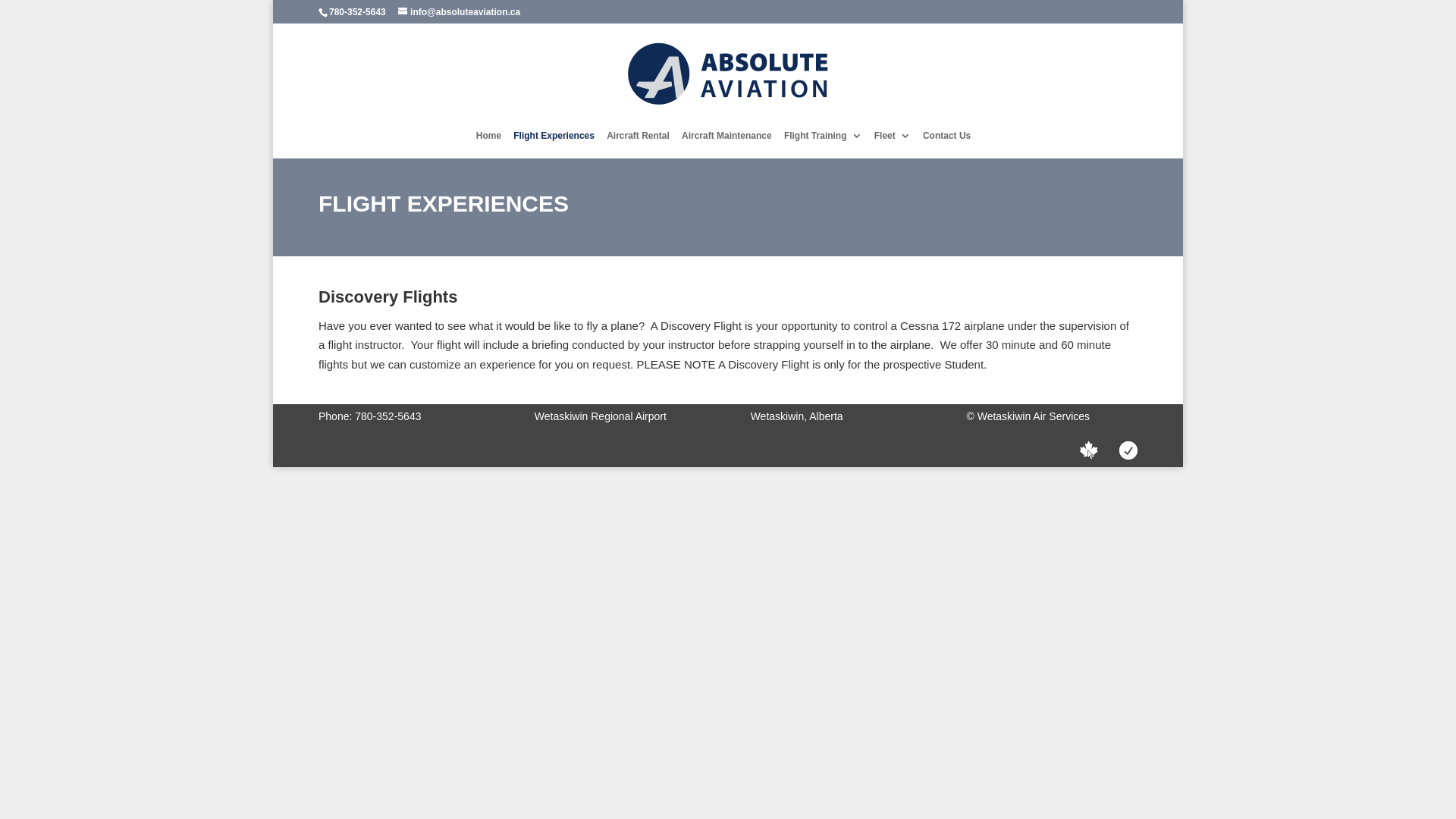 The image size is (1456, 819). What do you see at coordinates (356, 11) in the screenshot?
I see `'780-352-5643'` at bounding box center [356, 11].